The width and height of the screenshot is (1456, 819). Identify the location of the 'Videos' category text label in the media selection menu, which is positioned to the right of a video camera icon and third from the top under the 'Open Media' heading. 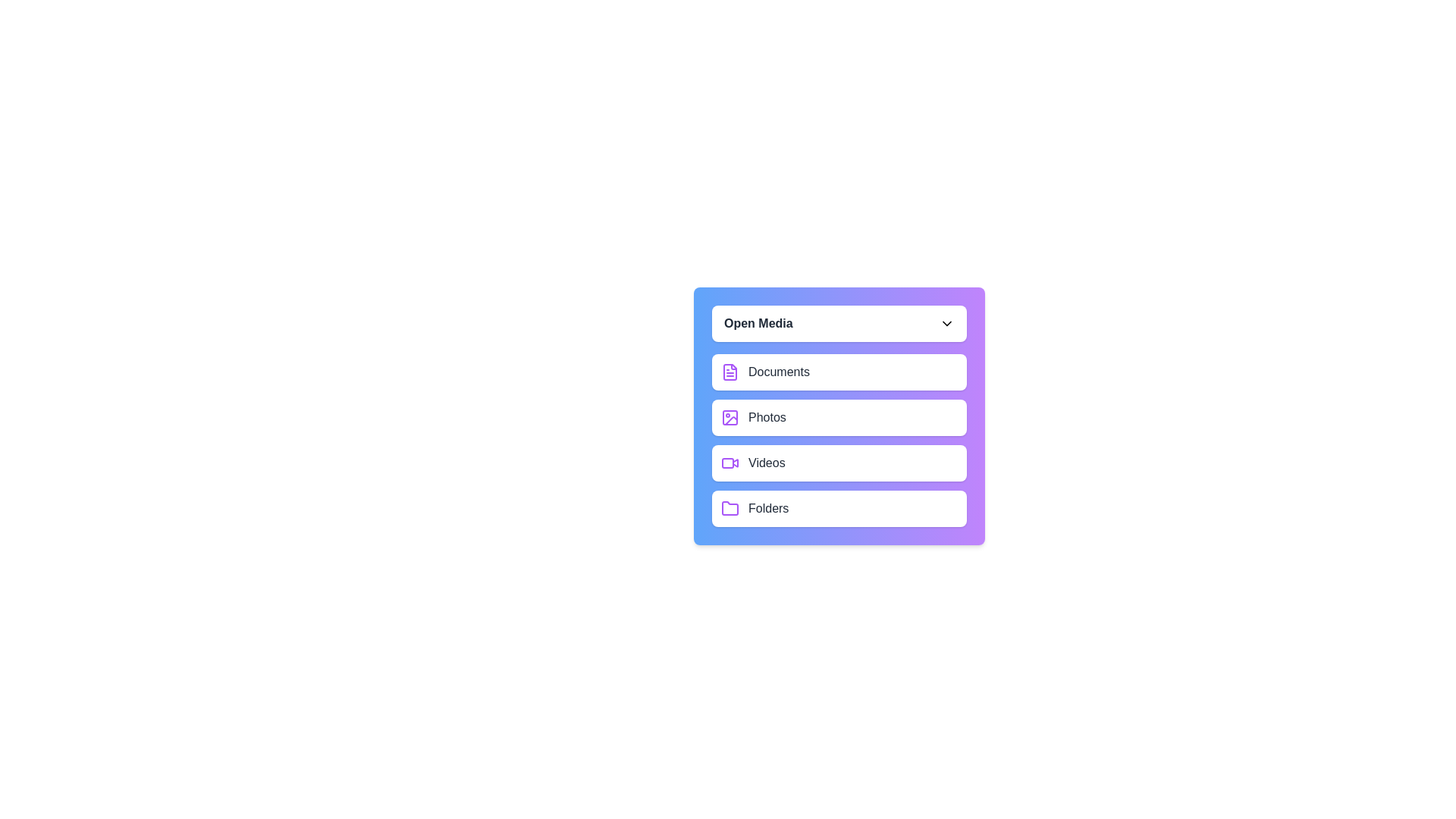
(767, 462).